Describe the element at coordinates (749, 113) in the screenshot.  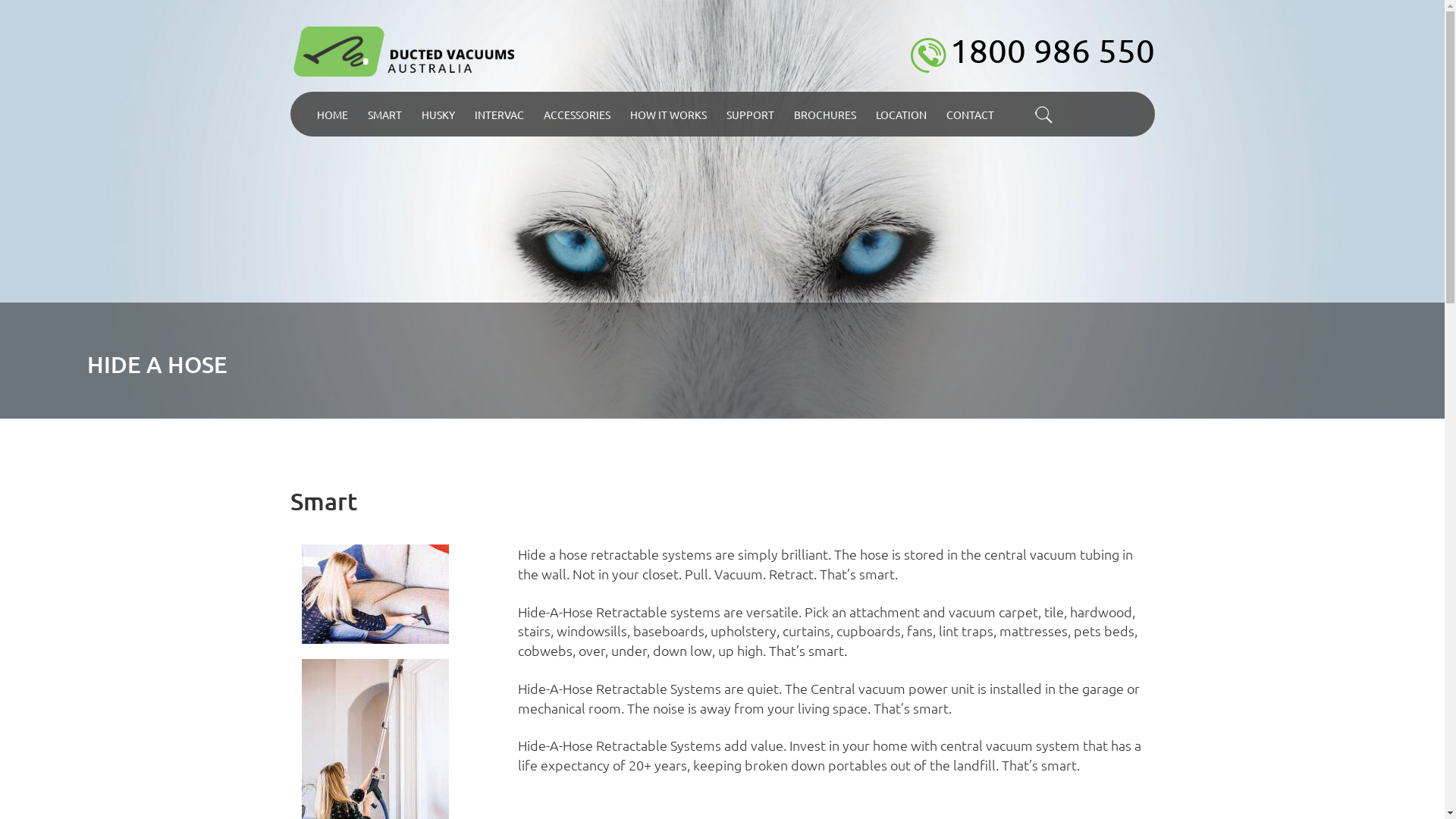
I see `'SUPPORT'` at that location.